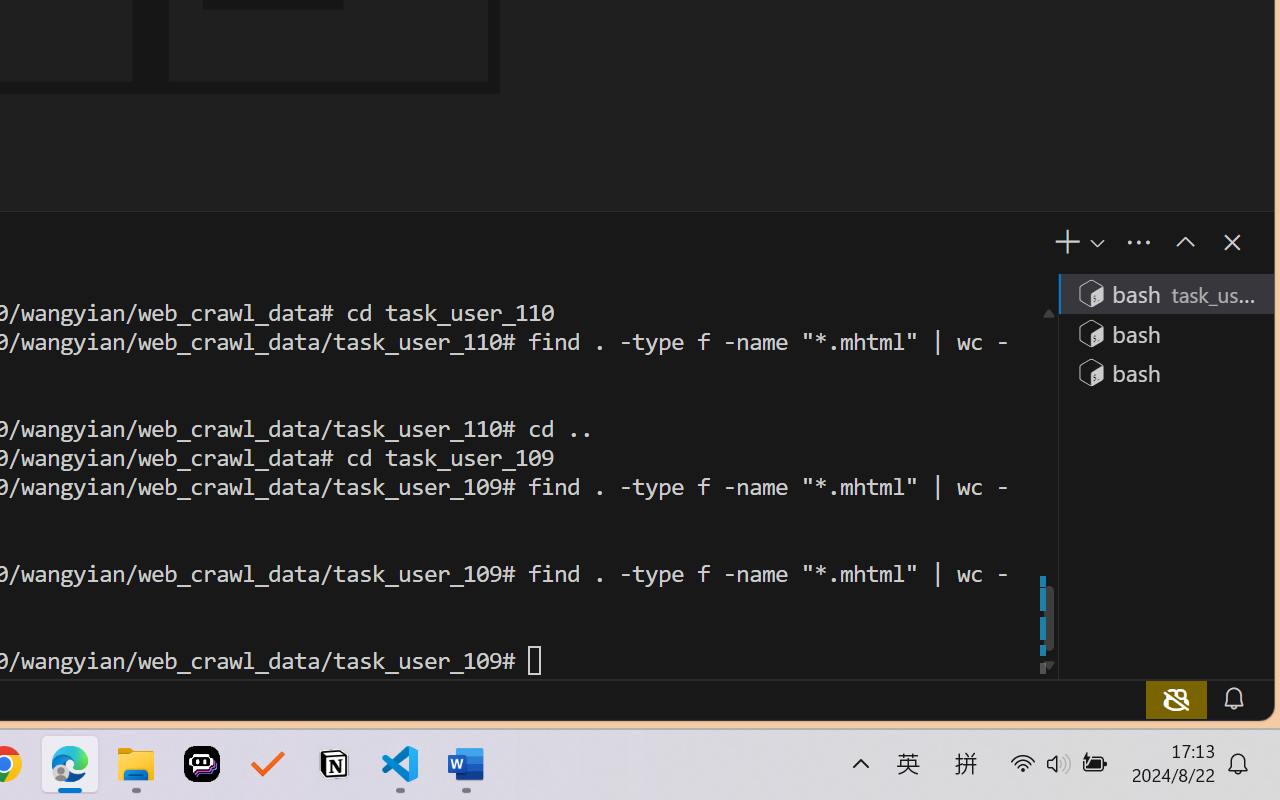 This screenshot has width=1280, height=800. I want to click on 'Launch Profile...', so click(1095, 242).